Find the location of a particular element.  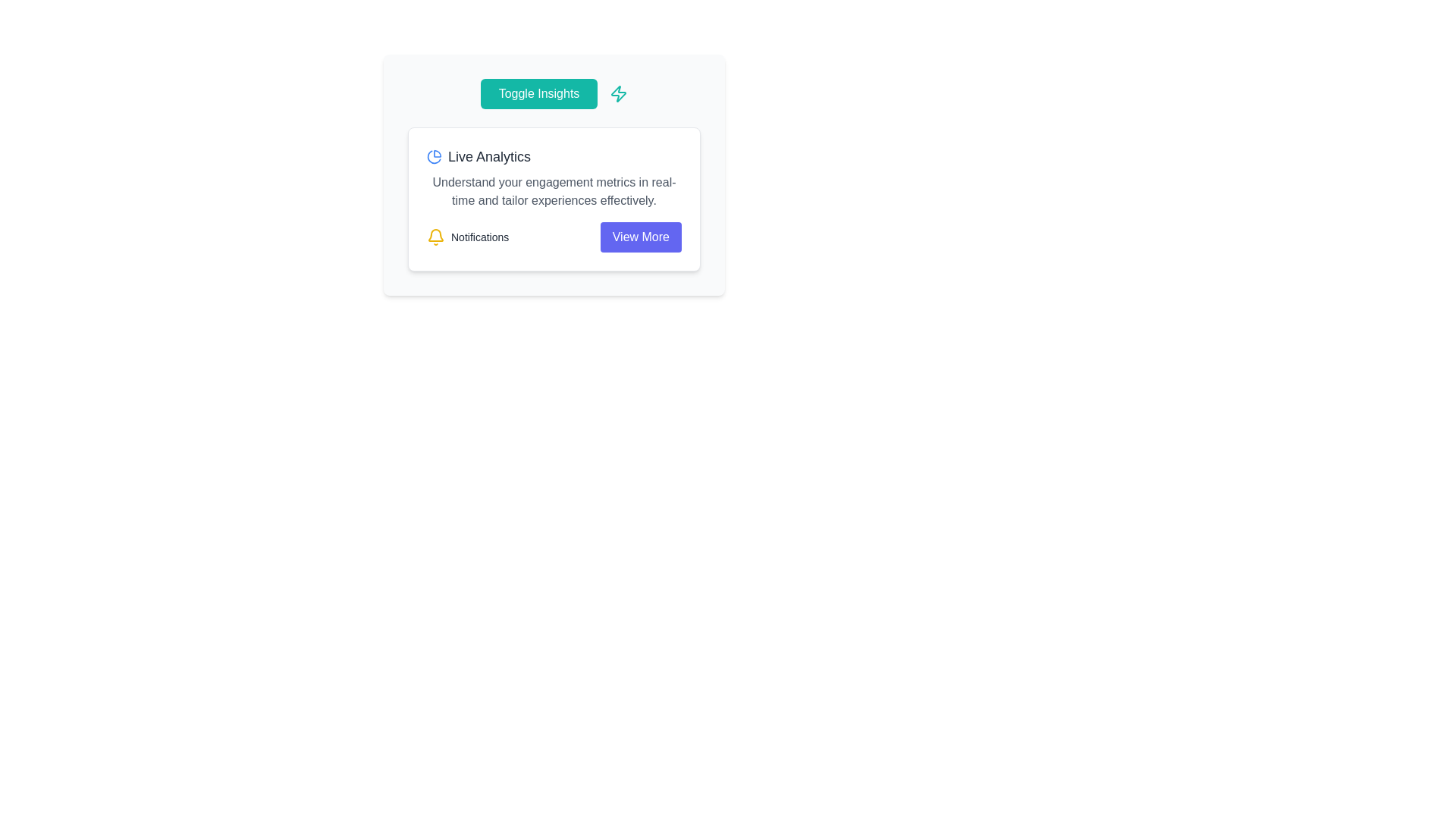

the teal lightning bolt icon located beside the 'Toggle Insights' button is located at coordinates (619, 93).